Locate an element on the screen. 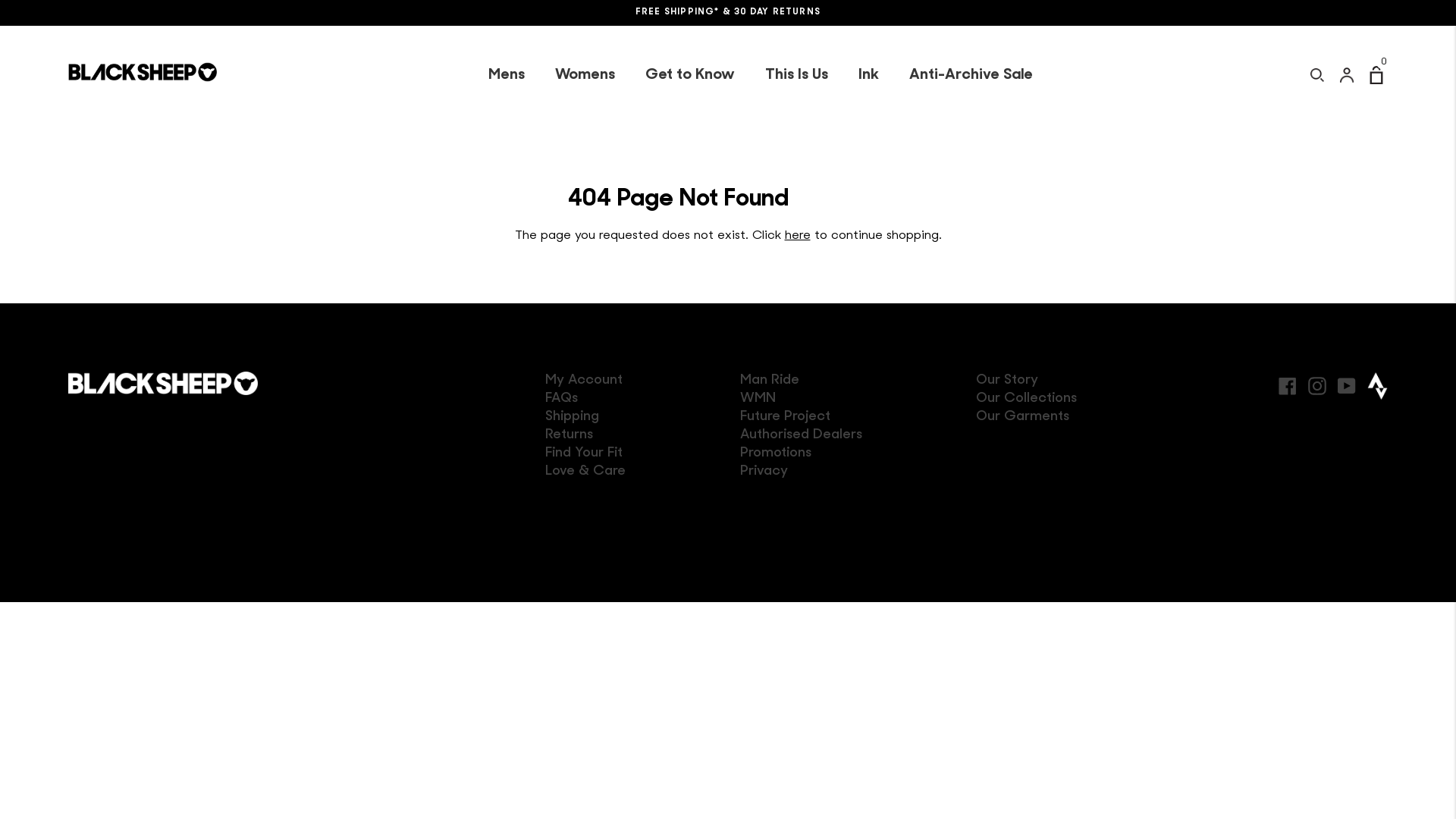 The height and width of the screenshot is (819, 1456). 'Womens' is located at coordinates (539, 75).